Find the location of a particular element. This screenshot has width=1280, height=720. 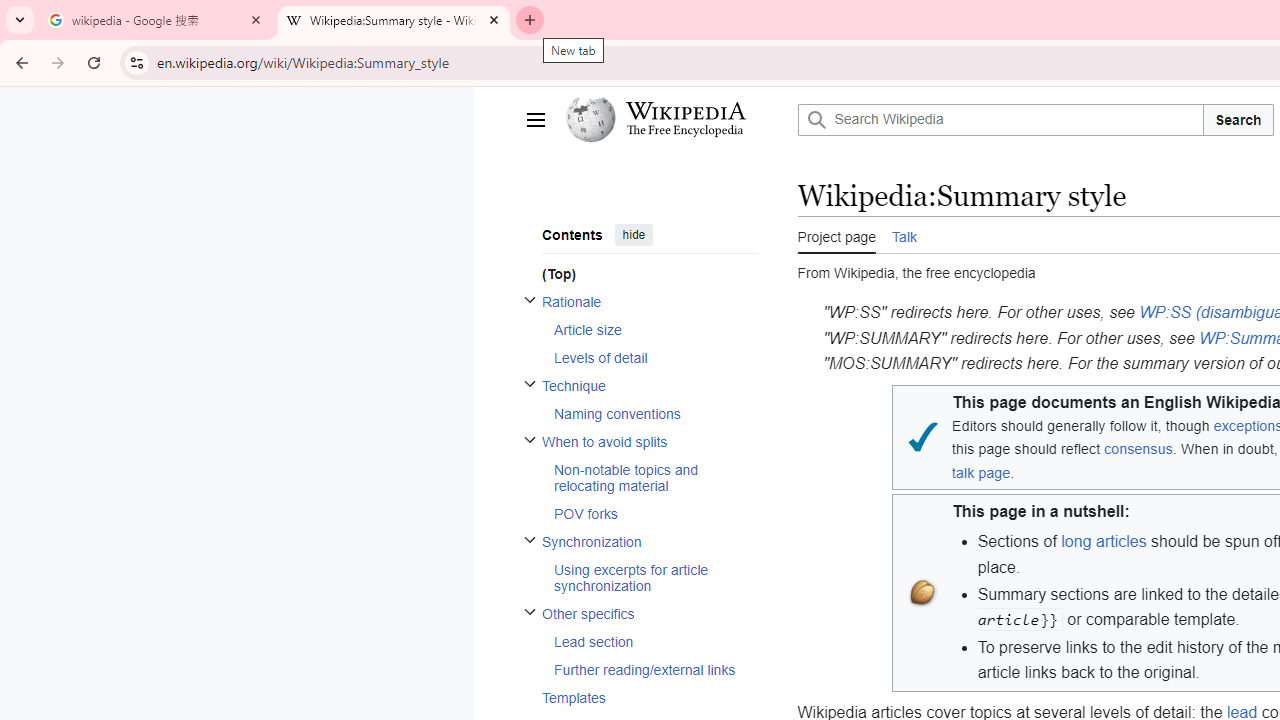

'Toggle Rationale subsection' is located at coordinates (529, 299).